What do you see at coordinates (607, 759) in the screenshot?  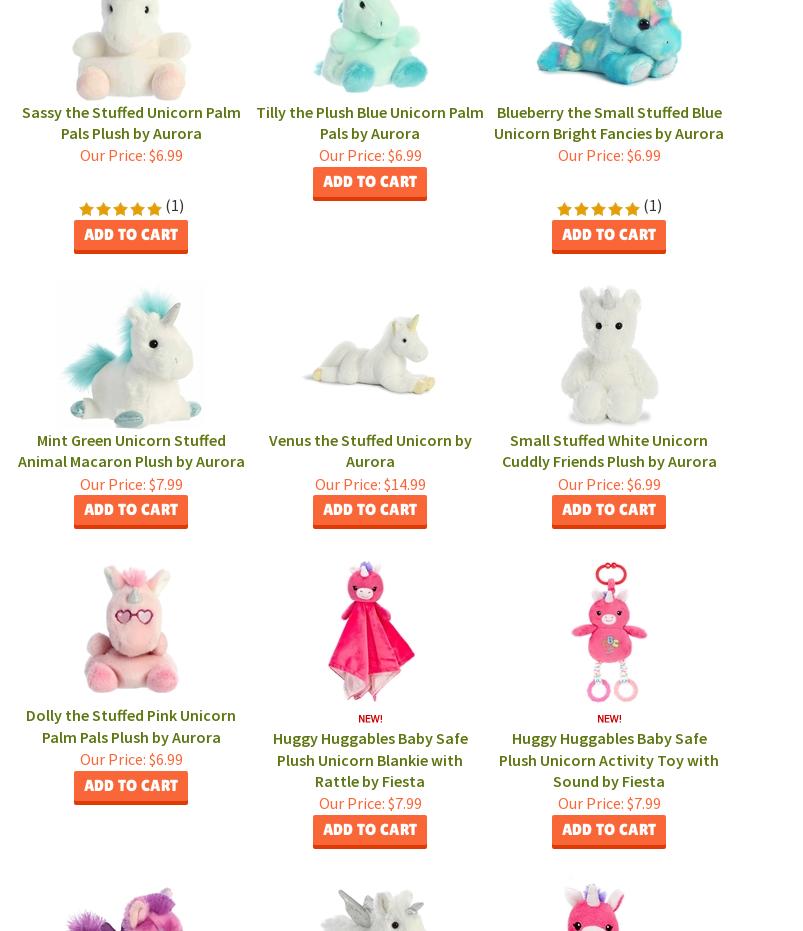 I see `'Huggy Huggables Baby Safe Plush Unicorn Activity Toy with Sound by Fiesta'` at bounding box center [607, 759].